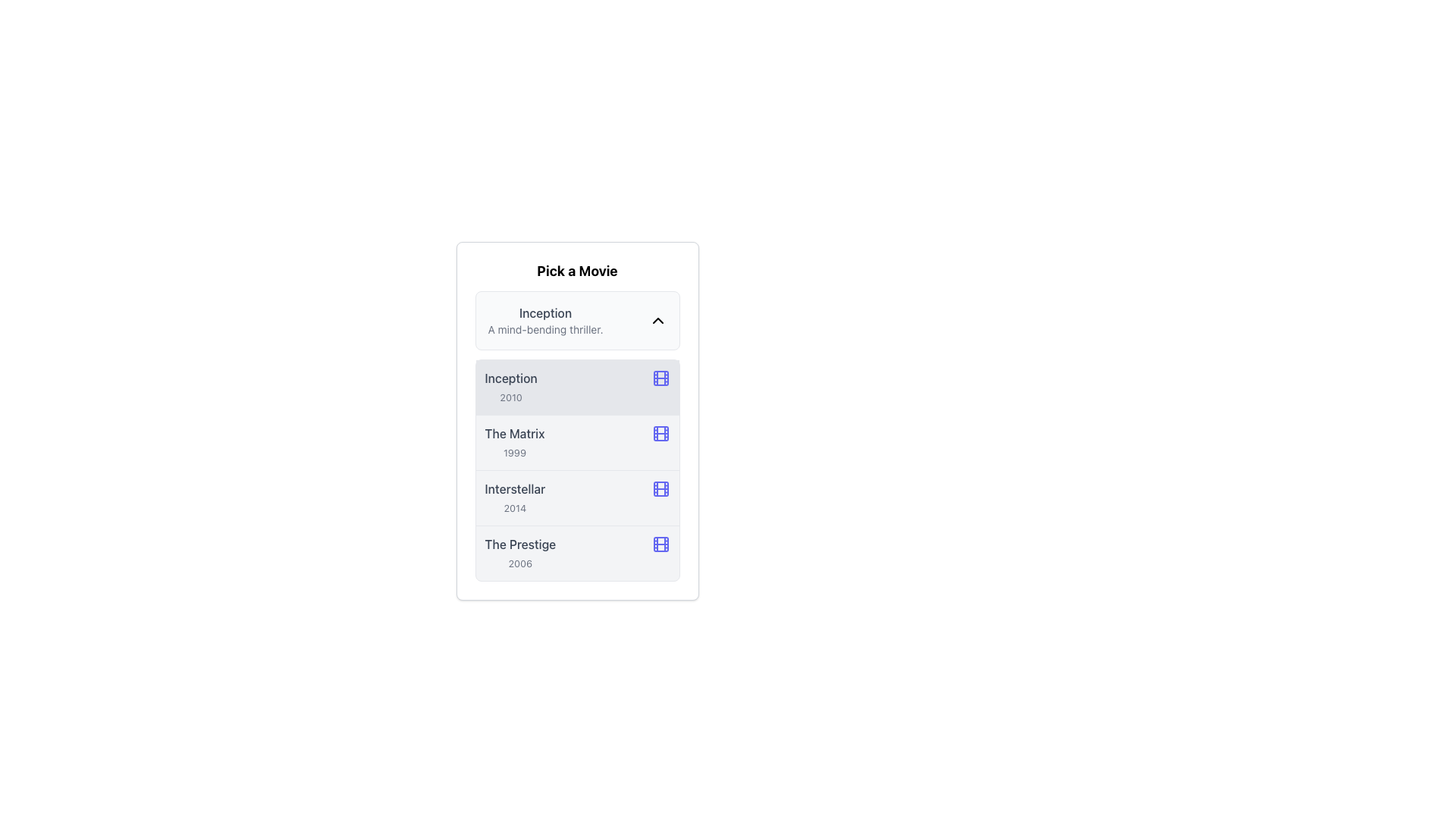 The height and width of the screenshot is (819, 1456). I want to click on the text display element showing 'Interstellar' and '2014', so click(515, 497).